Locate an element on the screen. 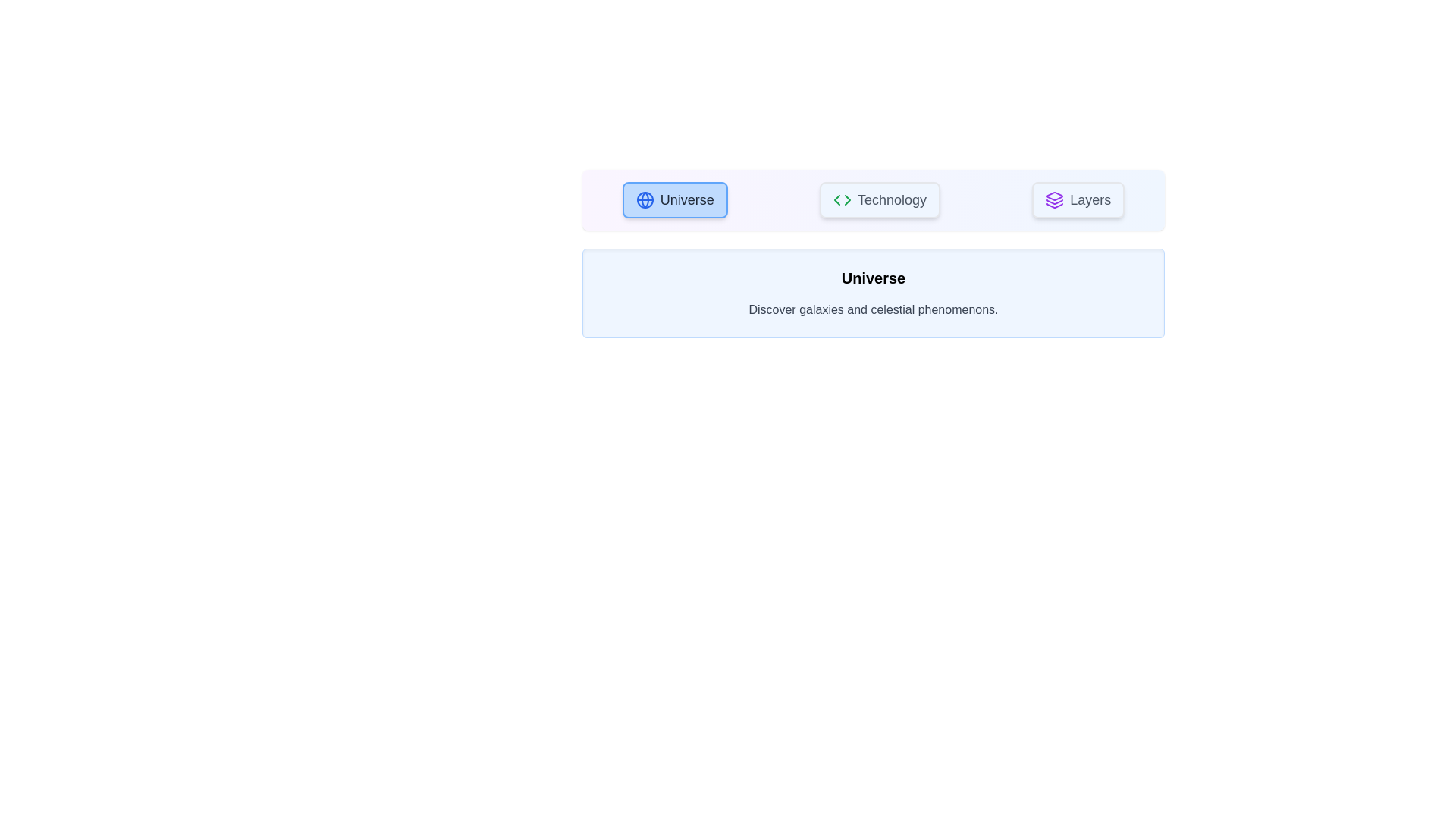  the Universe tab to view its content is located at coordinates (673, 199).